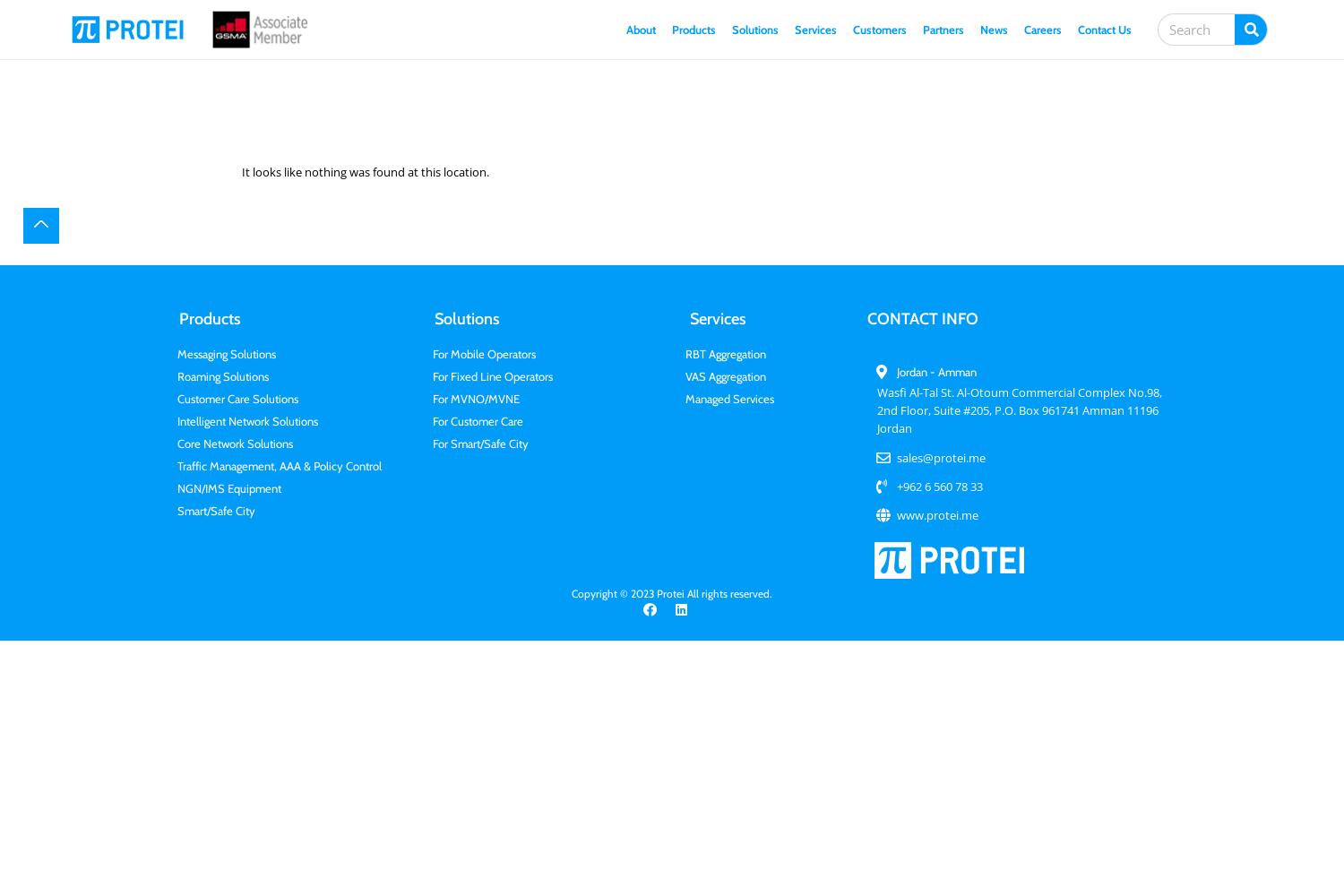 Image resolution: width=1344 pixels, height=896 pixels. What do you see at coordinates (492, 376) in the screenshot?
I see `'For Fixed Line Operators'` at bounding box center [492, 376].